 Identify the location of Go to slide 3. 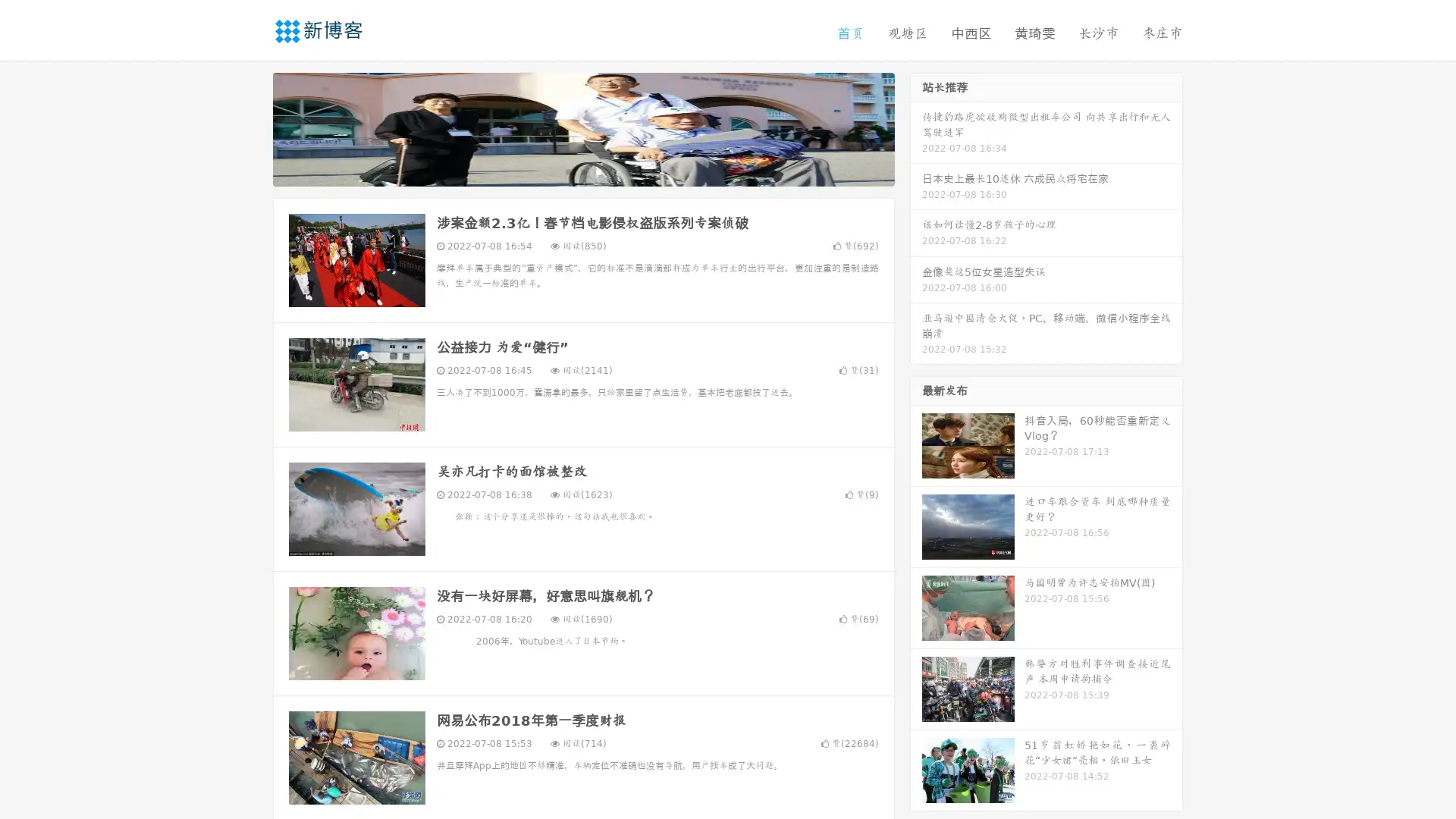
(598, 171).